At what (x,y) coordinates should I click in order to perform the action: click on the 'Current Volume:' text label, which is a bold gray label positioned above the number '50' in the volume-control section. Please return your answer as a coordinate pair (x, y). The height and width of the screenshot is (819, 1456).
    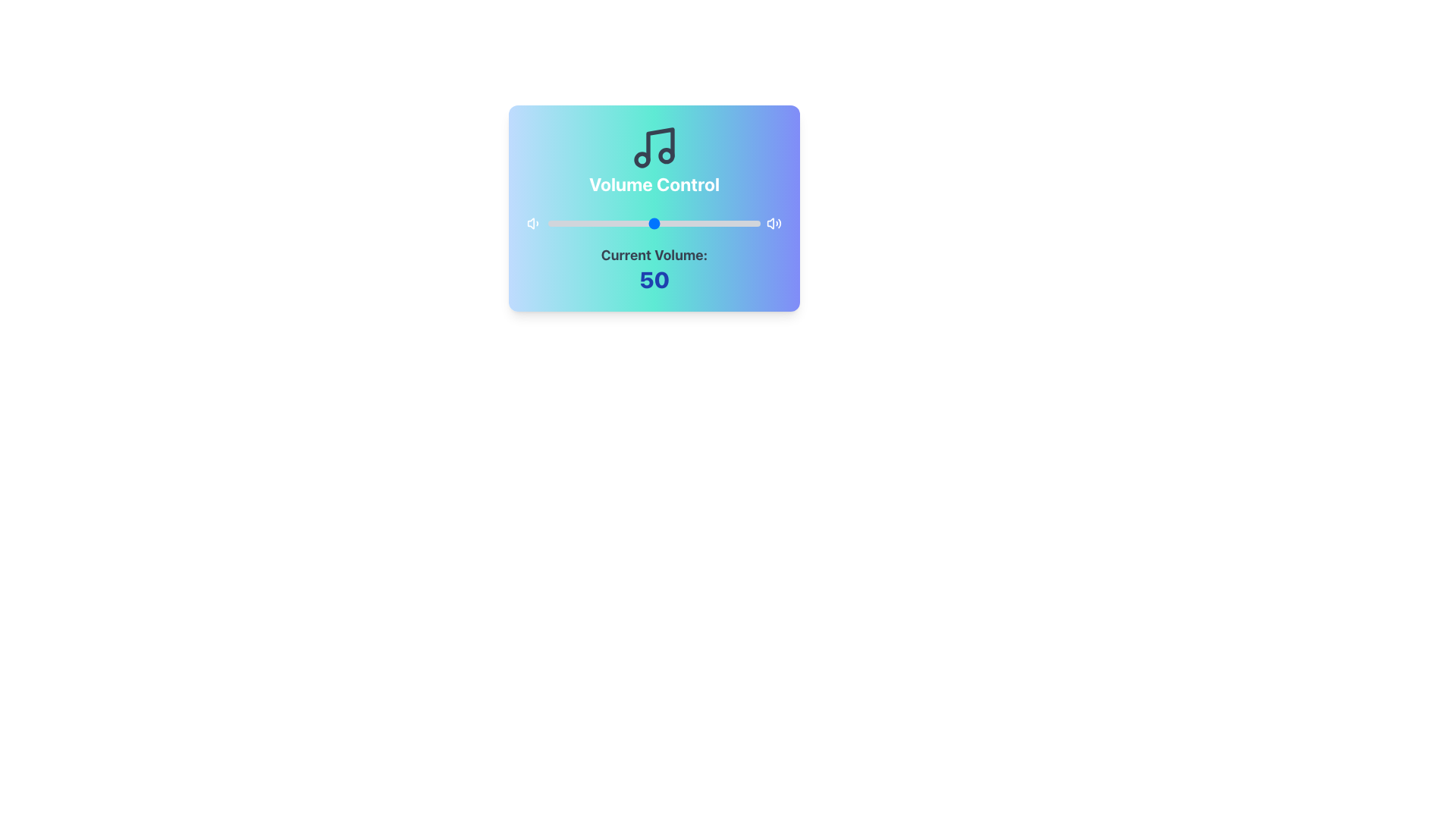
    Looking at the image, I should click on (654, 254).